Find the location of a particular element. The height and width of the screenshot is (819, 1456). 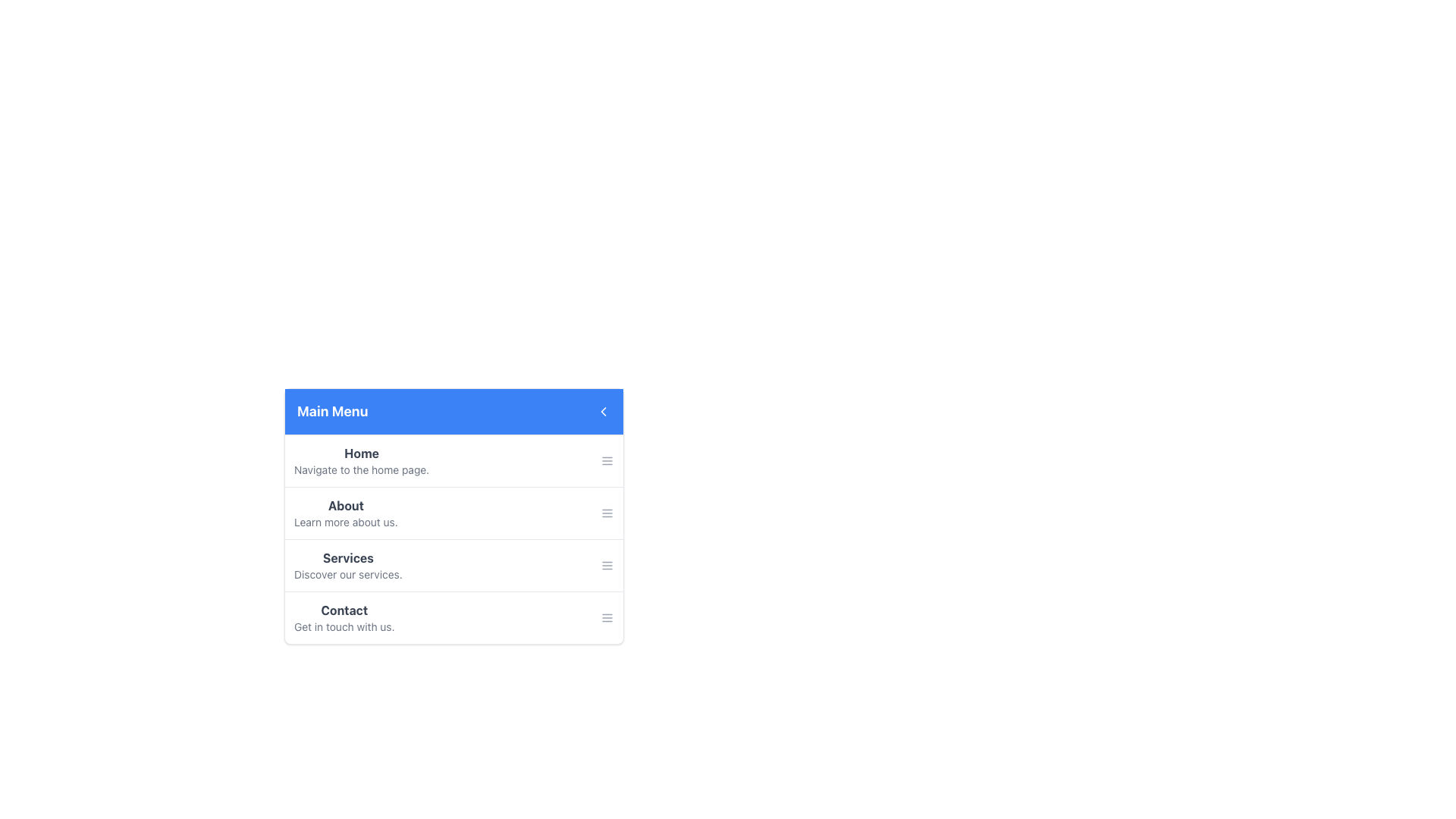

the supplementary information text label located under the 'About' item in the 'Main Menu' list, which describes the purpose of the section is located at coordinates (345, 522).